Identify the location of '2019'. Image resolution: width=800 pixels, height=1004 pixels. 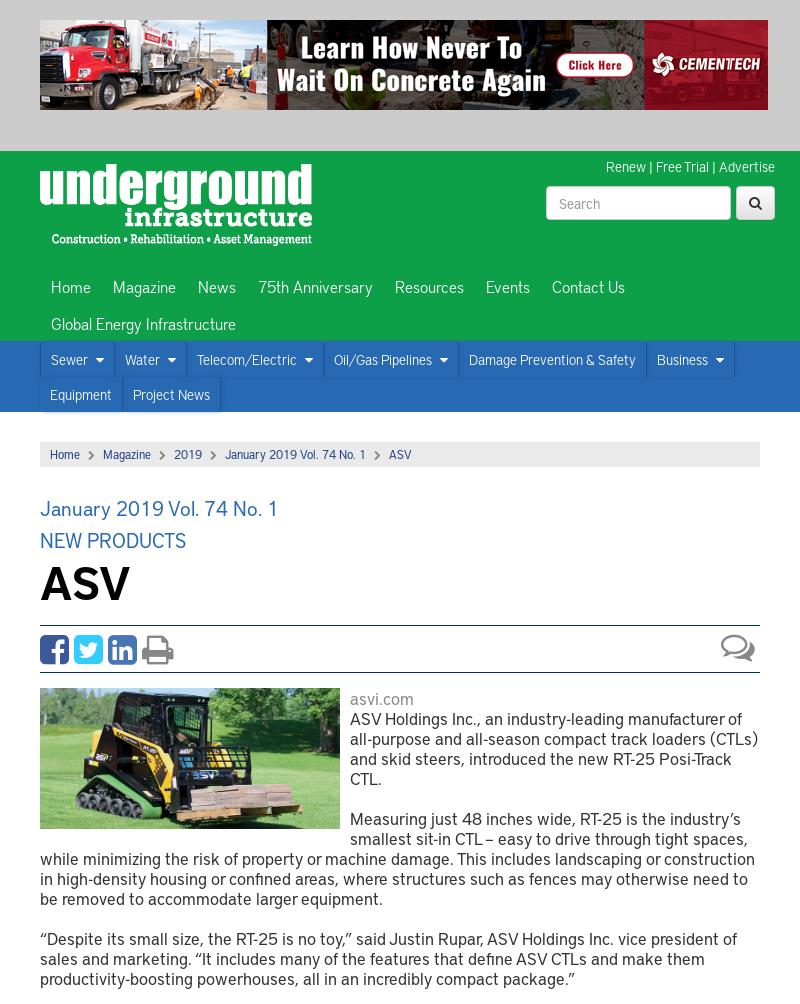
(187, 453).